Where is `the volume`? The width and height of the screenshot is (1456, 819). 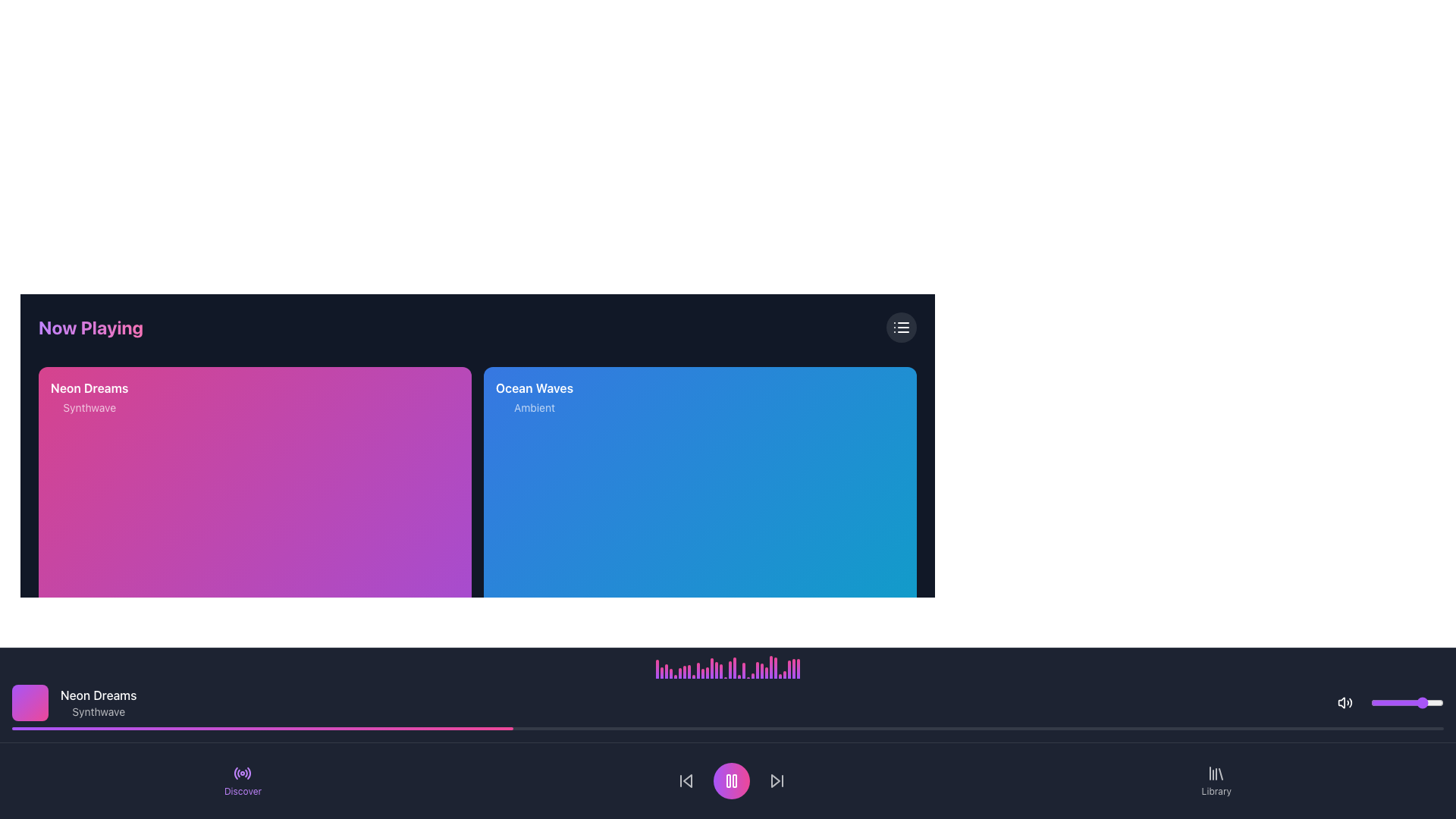 the volume is located at coordinates (1379, 702).